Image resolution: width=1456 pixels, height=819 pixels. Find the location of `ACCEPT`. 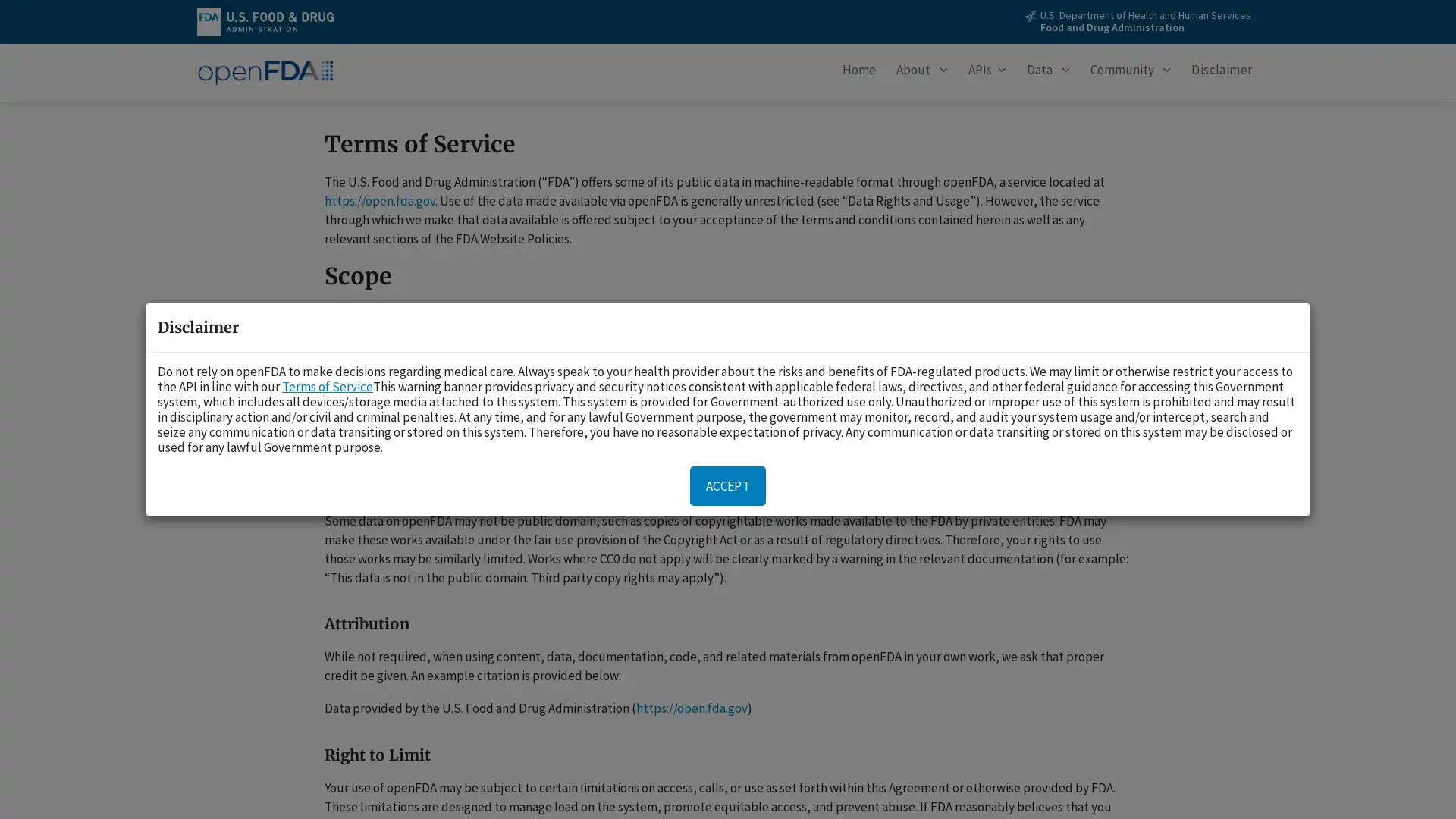

ACCEPT is located at coordinates (728, 485).